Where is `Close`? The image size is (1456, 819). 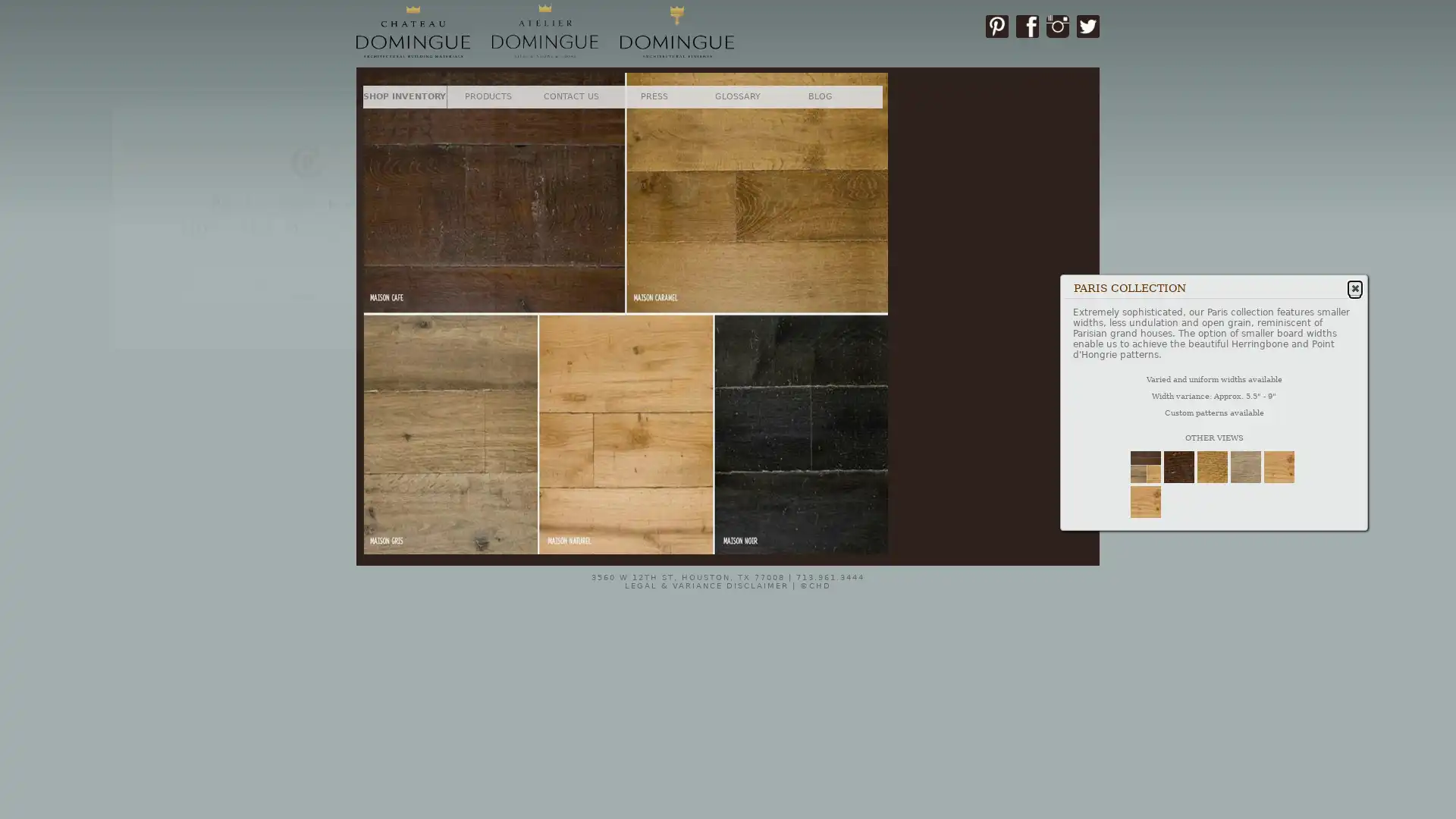 Close is located at coordinates (480, 116).